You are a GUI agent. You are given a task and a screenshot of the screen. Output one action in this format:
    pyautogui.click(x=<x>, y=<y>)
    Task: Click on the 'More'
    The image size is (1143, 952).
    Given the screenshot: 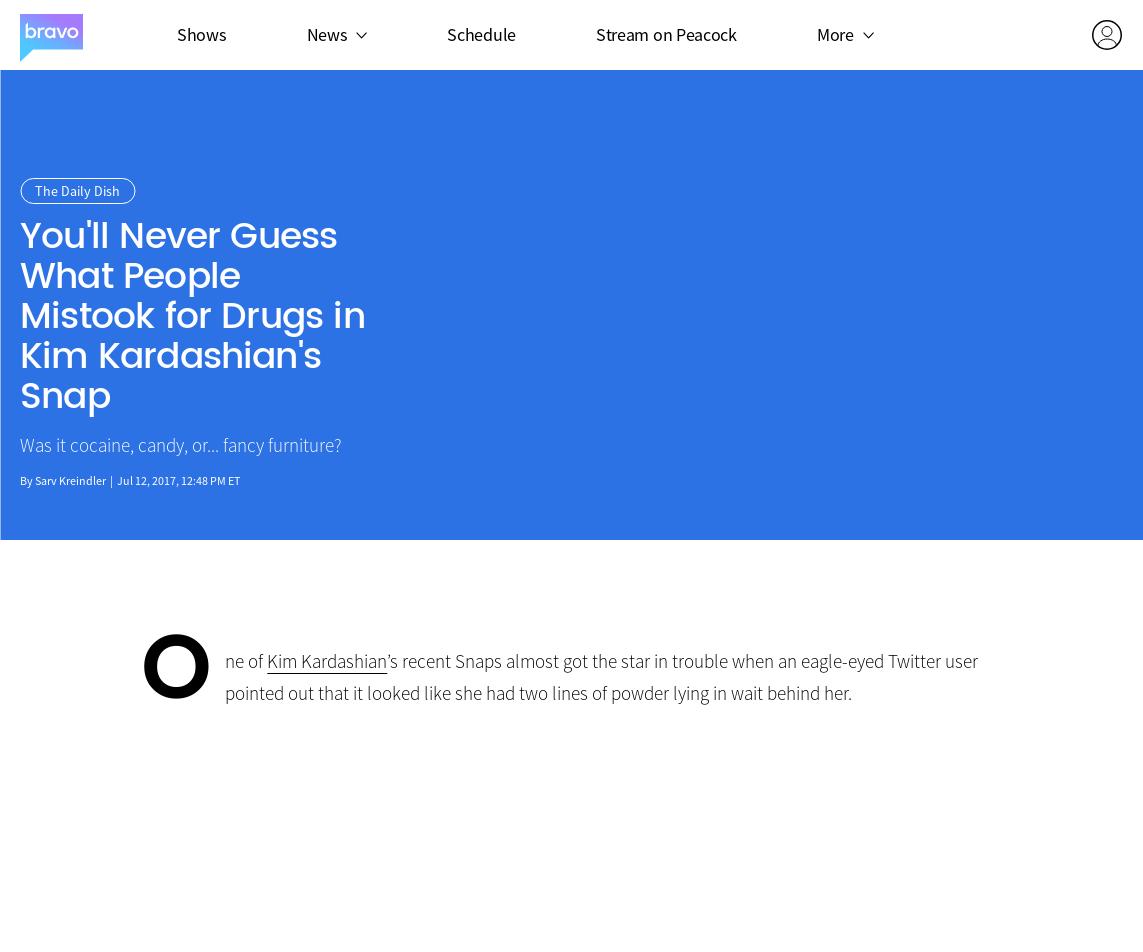 What is the action you would take?
    pyautogui.click(x=833, y=33)
    